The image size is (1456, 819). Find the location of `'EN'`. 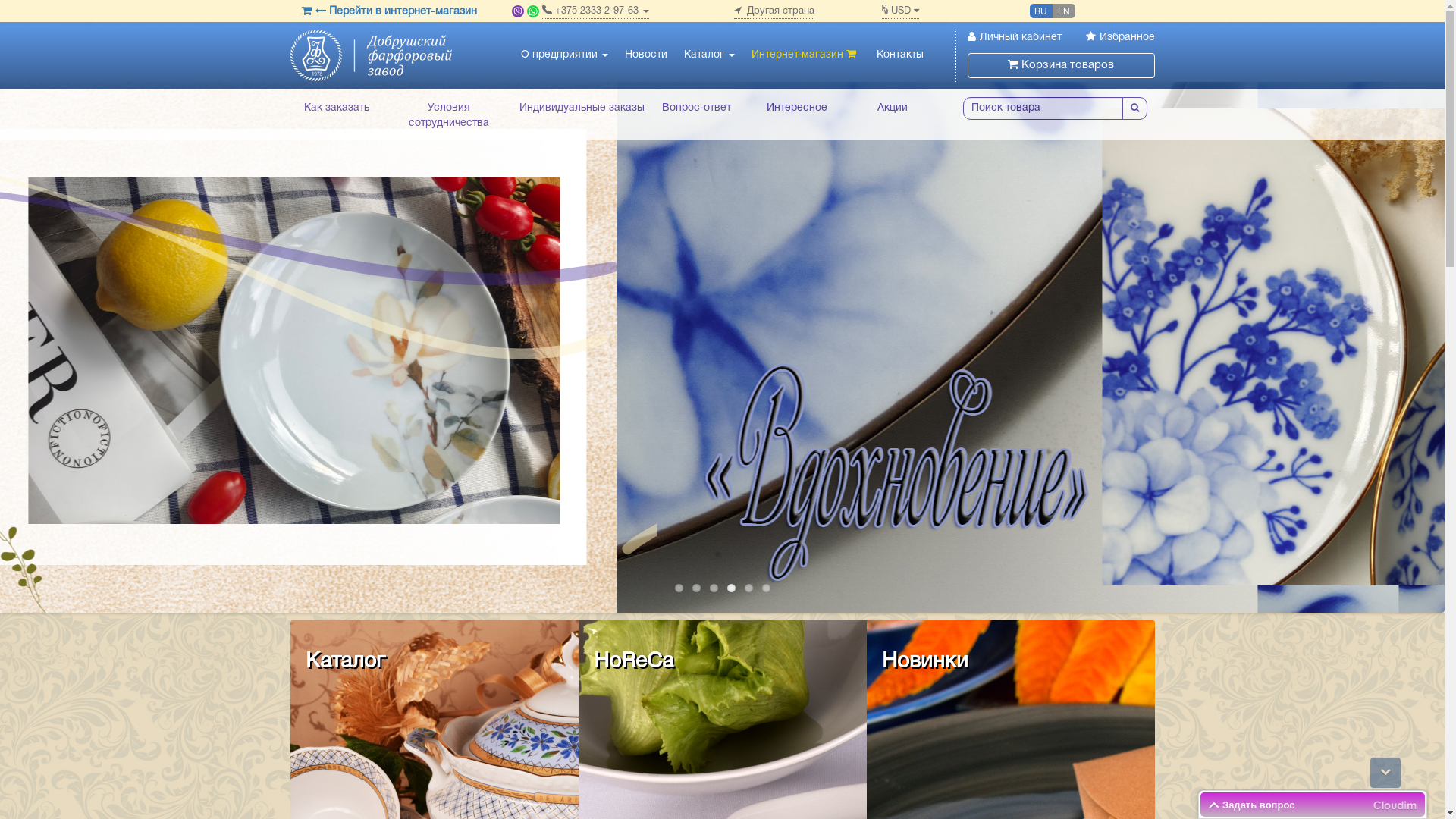

'EN' is located at coordinates (1062, 11).